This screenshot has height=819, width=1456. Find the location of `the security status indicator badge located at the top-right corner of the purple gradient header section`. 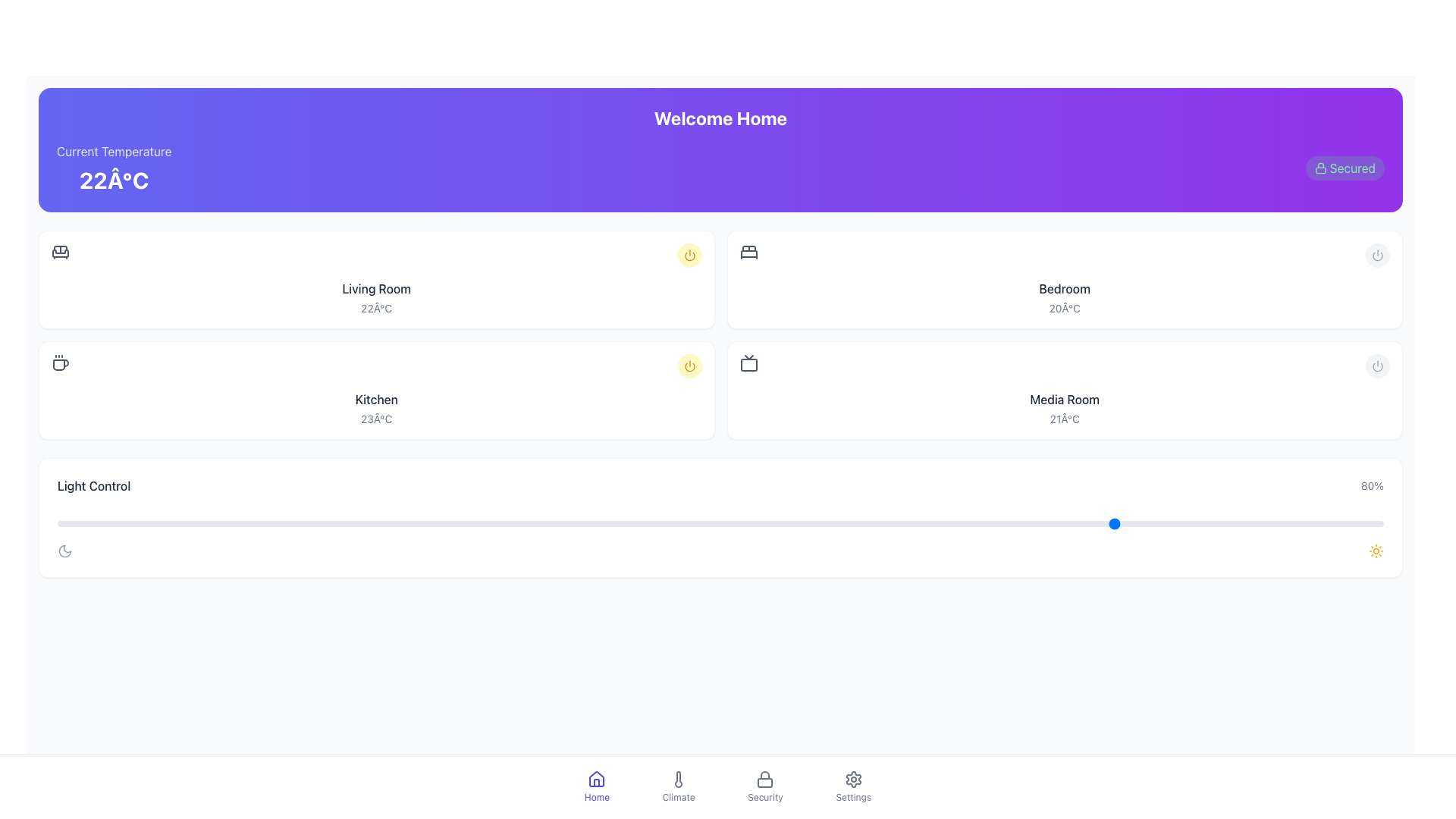

the security status indicator badge located at the top-right corner of the purple gradient header section is located at coordinates (1345, 168).